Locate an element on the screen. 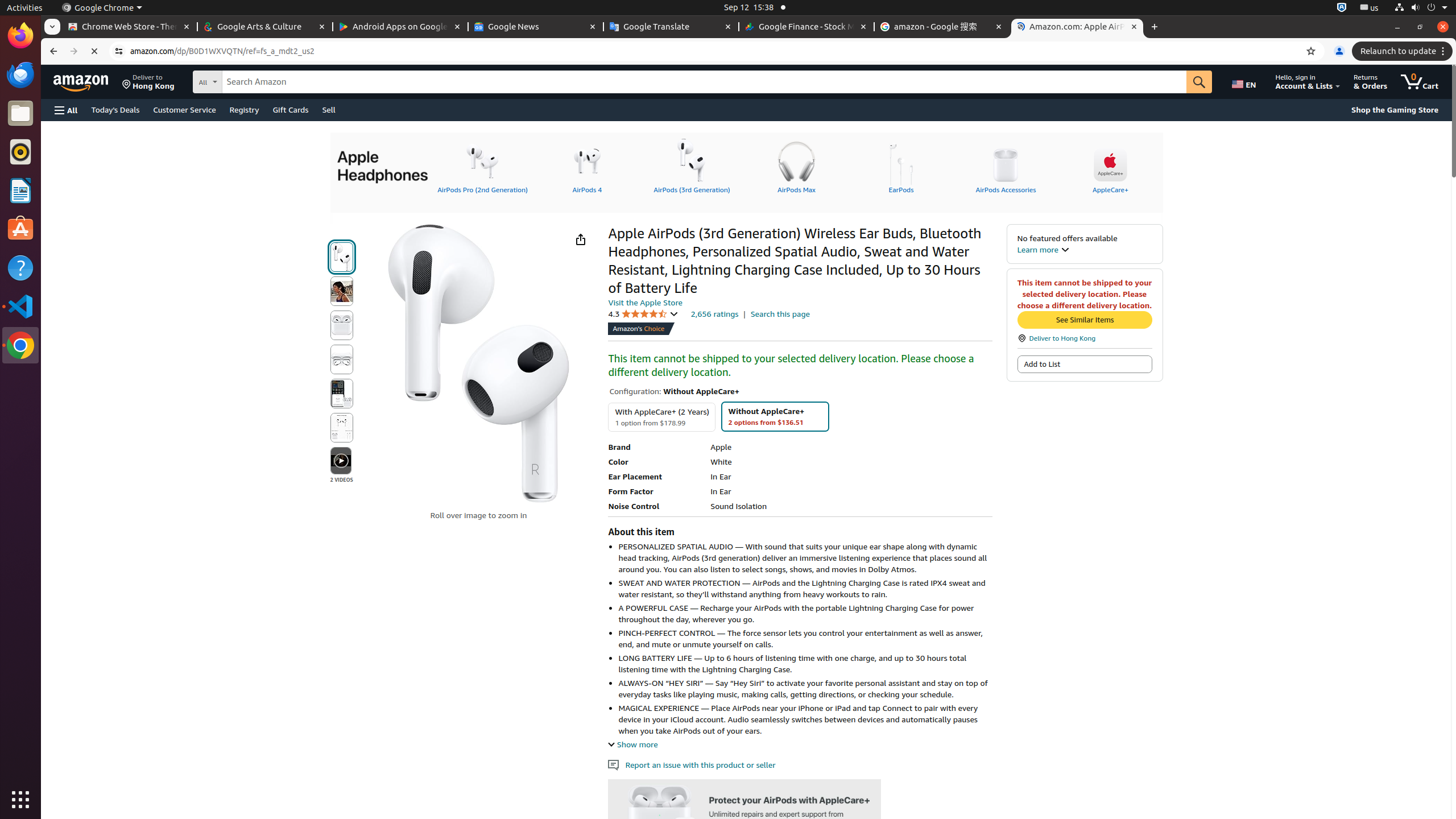  'AirPods 4' is located at coordinates (586, 166).